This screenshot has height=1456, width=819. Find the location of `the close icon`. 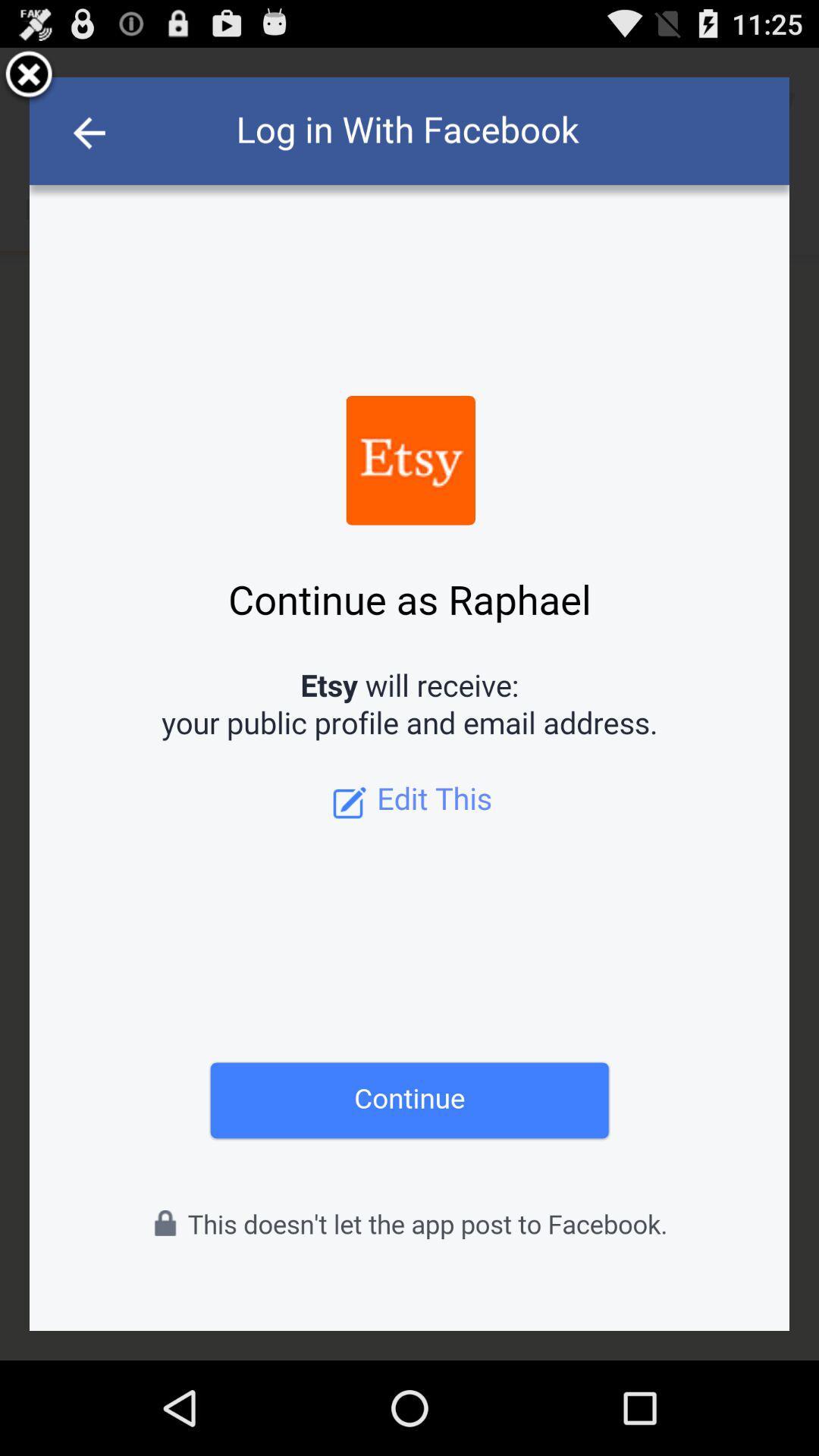

the close icon is located at coordinates (29, 81).